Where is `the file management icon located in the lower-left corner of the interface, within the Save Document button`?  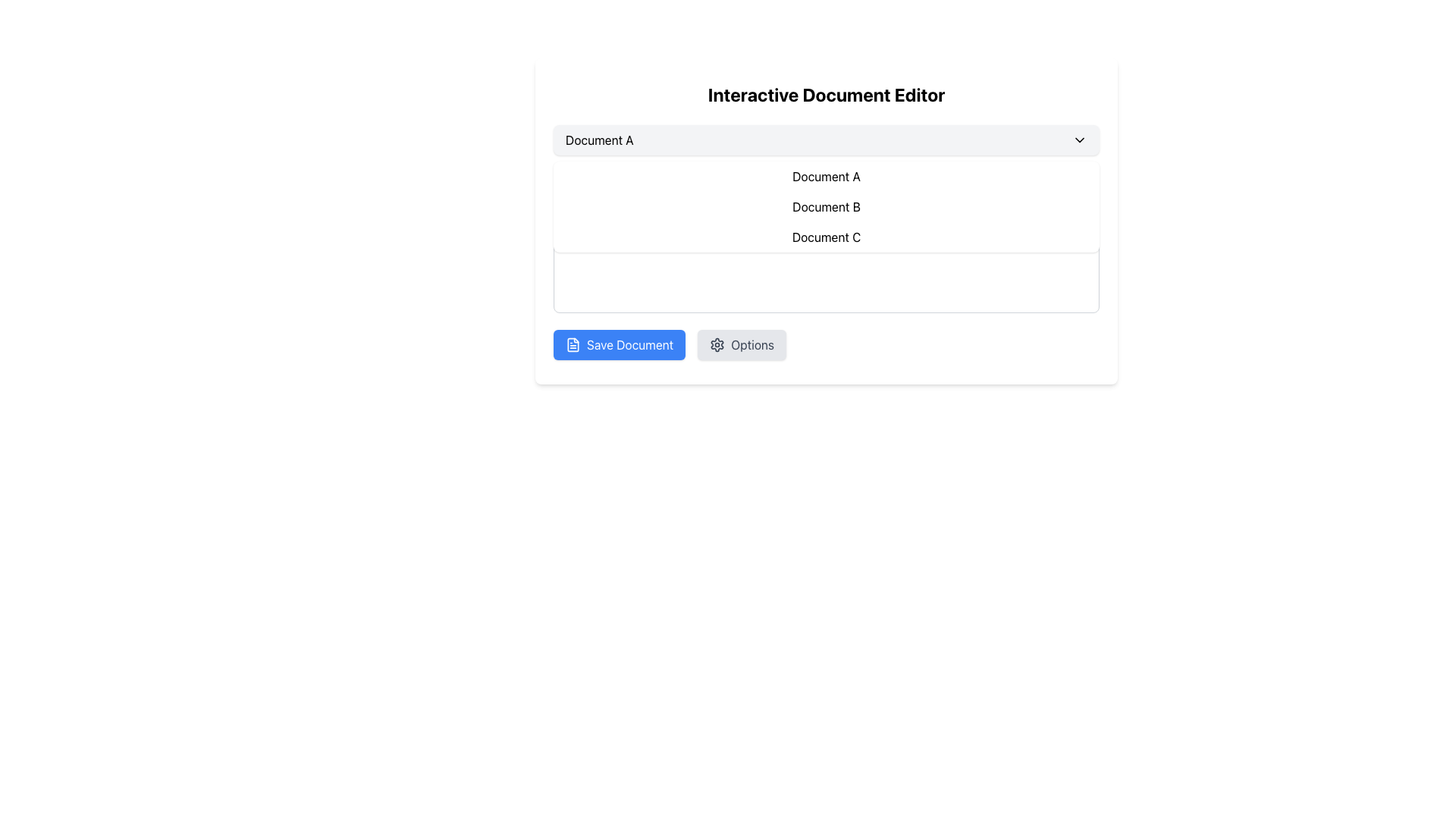
the file management icon located in the lower-left corner of the interface, within the Save Document button is located at coordinates (572, 345).